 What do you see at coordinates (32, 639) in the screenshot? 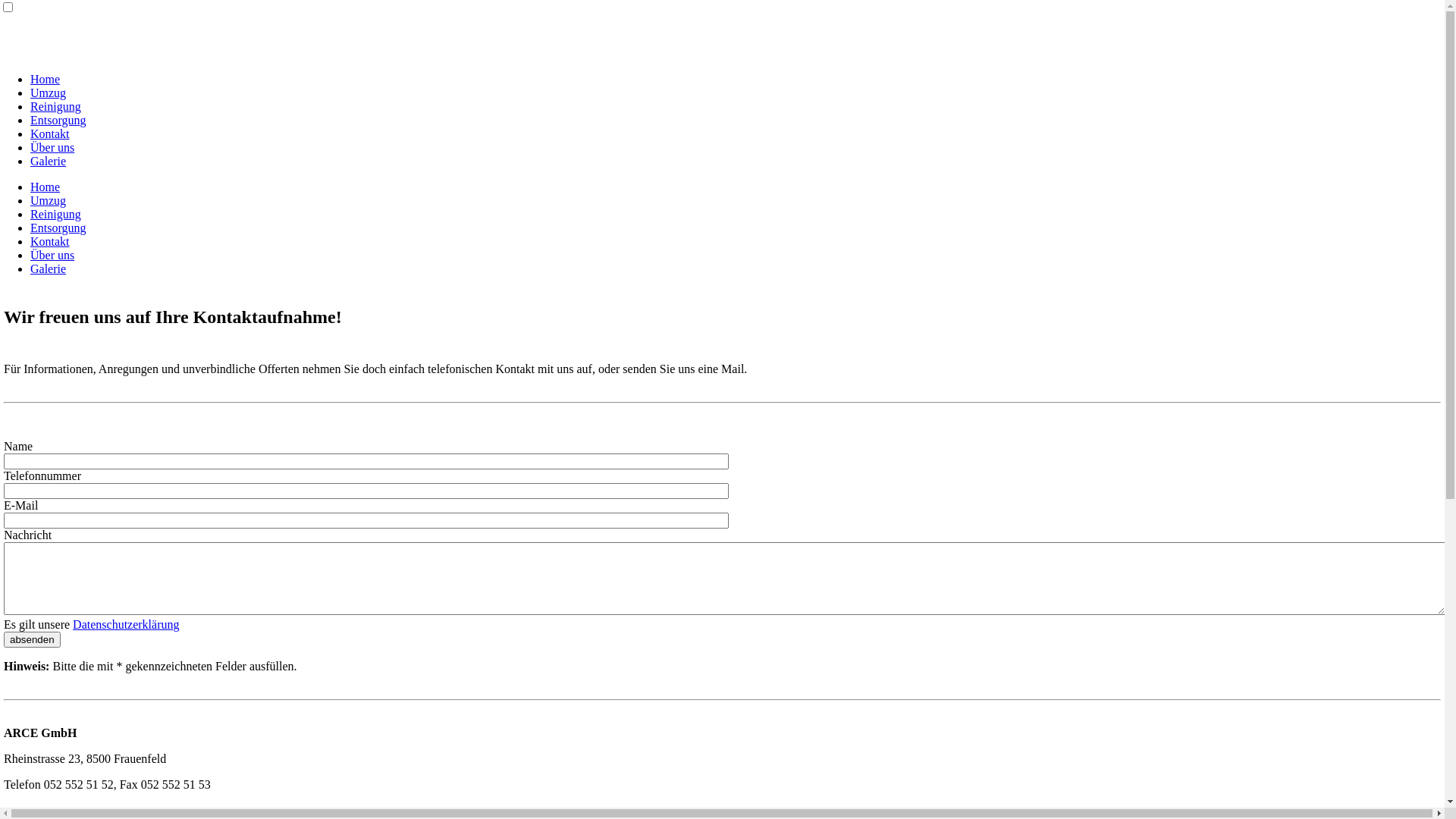
I see `'absenden'` at bounding box center [32, 639].